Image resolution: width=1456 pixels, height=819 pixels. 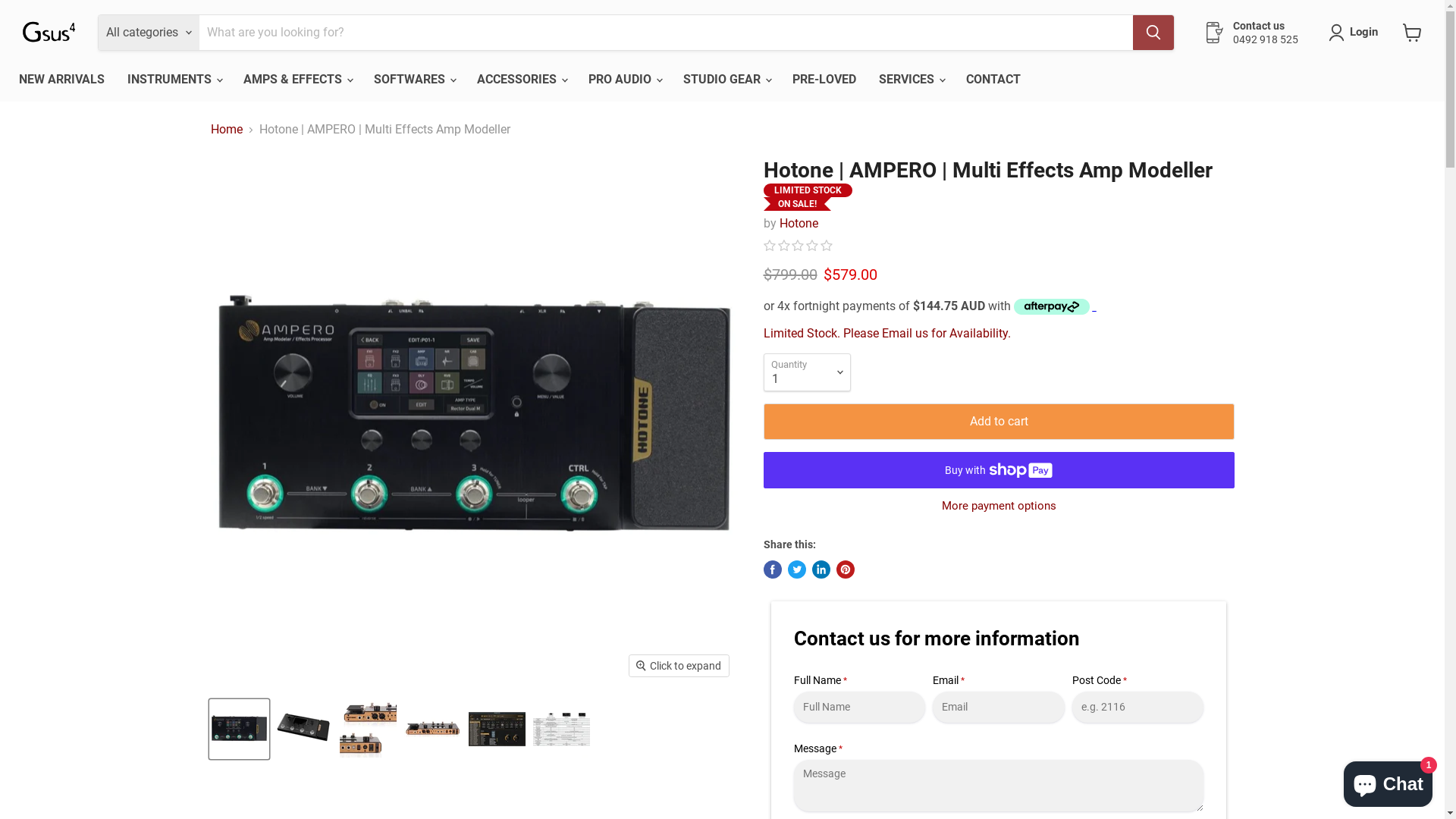 What do you see at coordinates (414, 79) in the screenshot?
I see `'SOFTWARES'` at bounding box center [414, 79].